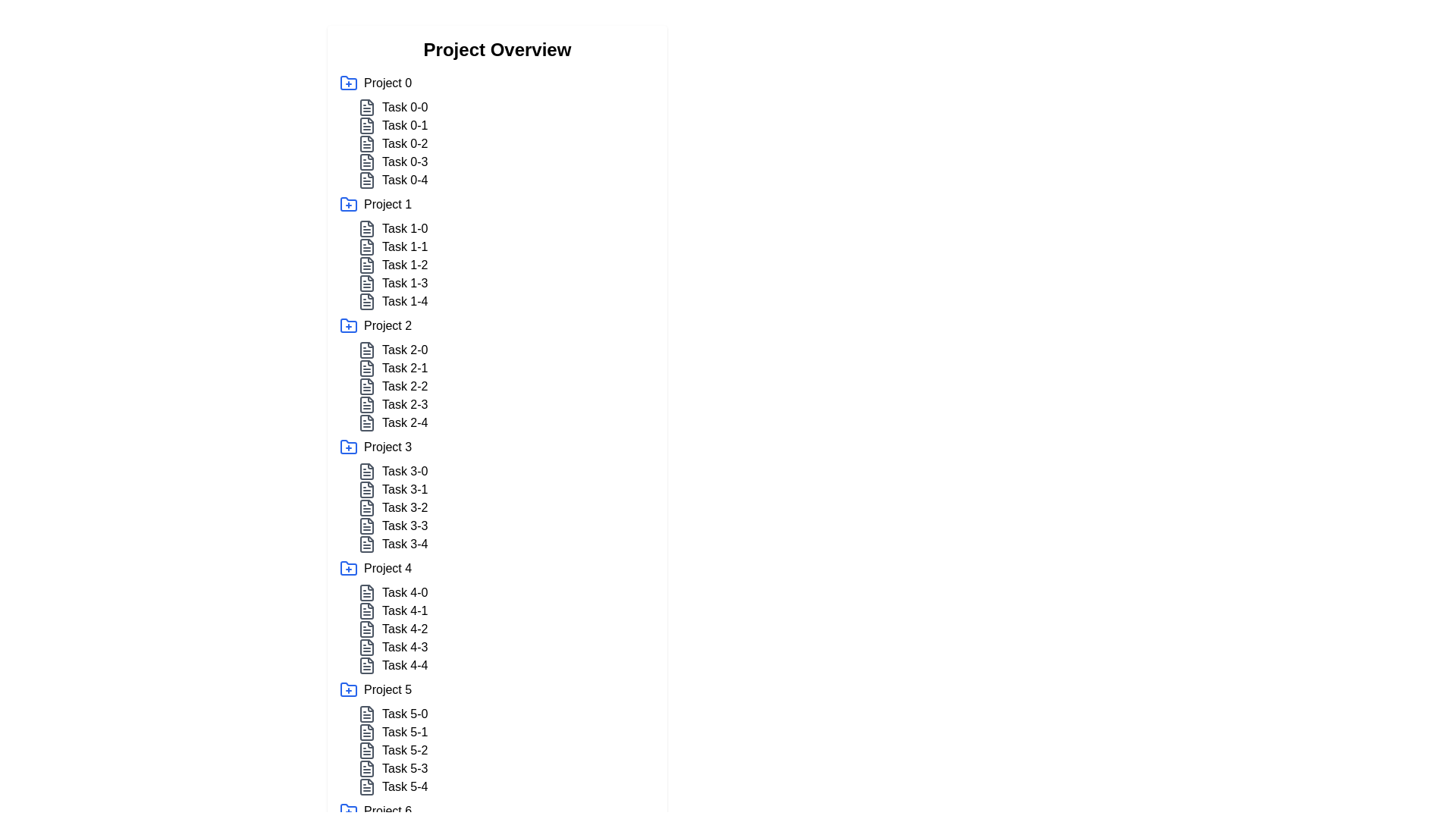 This screenshot has height=819, width=1456. I want to click on the document-like icon representing 'Task 4-1' in the 'Project 4' section, so click(367, 610).